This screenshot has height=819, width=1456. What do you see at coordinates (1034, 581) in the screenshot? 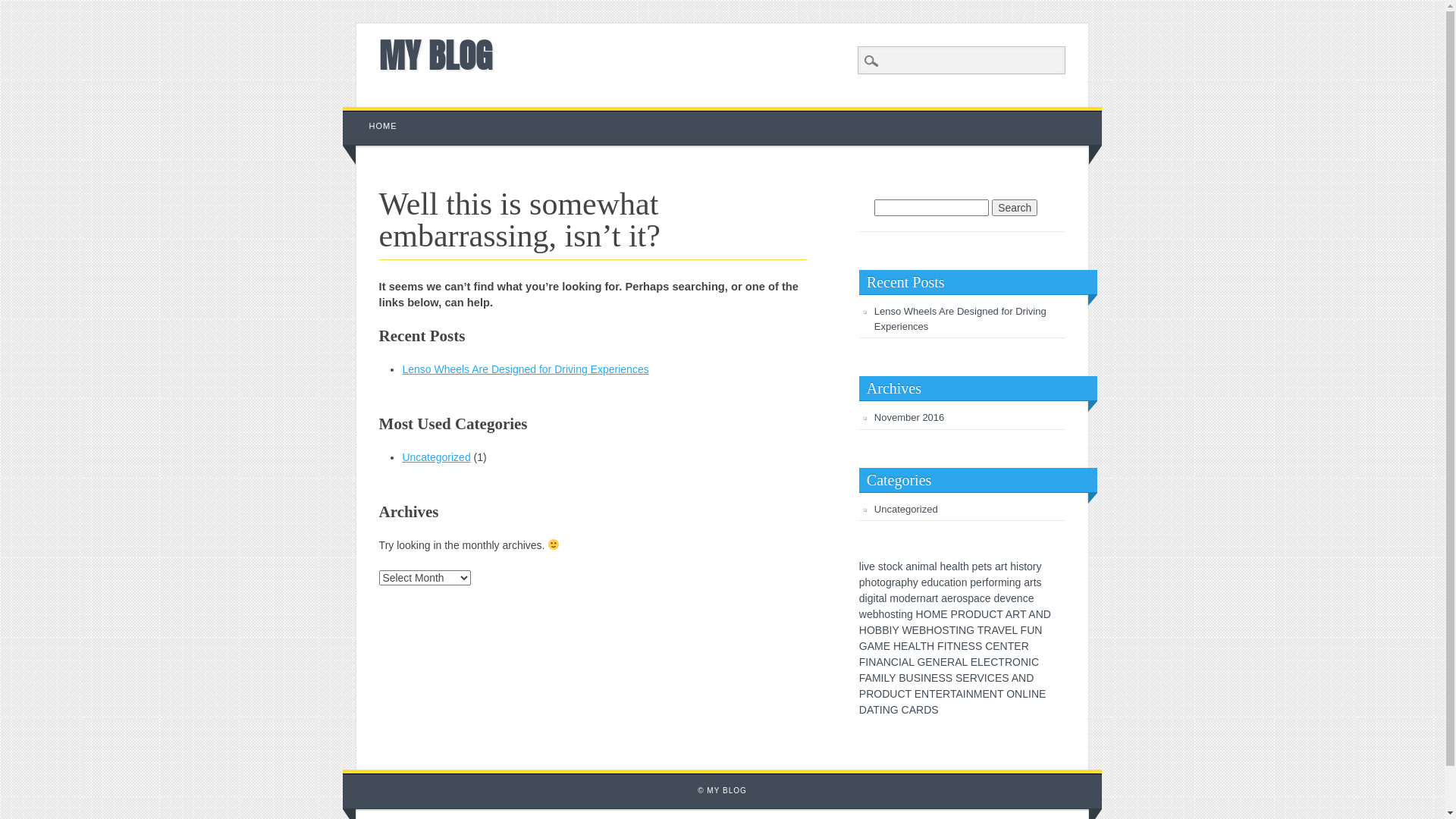
I see `'t'` at bounding box center [1034, 581].